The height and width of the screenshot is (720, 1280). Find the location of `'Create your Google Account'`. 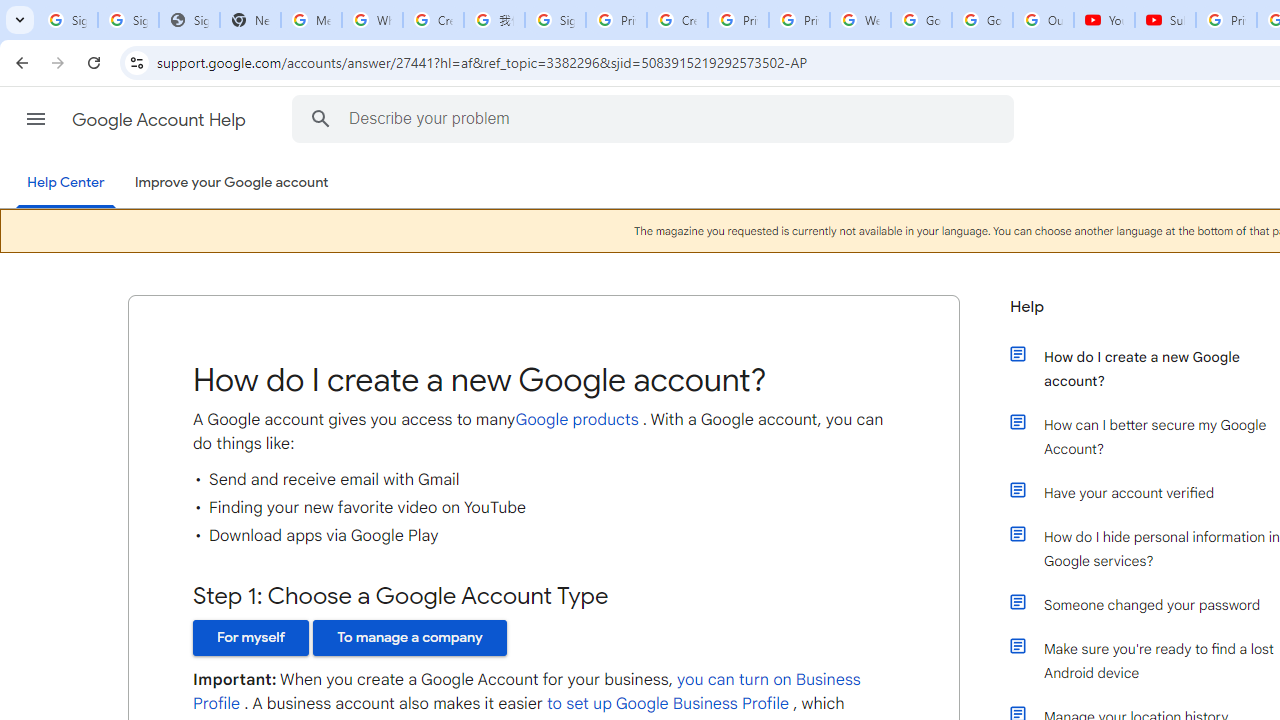

'Create your Google Account' is located at coordinates (432, 20).